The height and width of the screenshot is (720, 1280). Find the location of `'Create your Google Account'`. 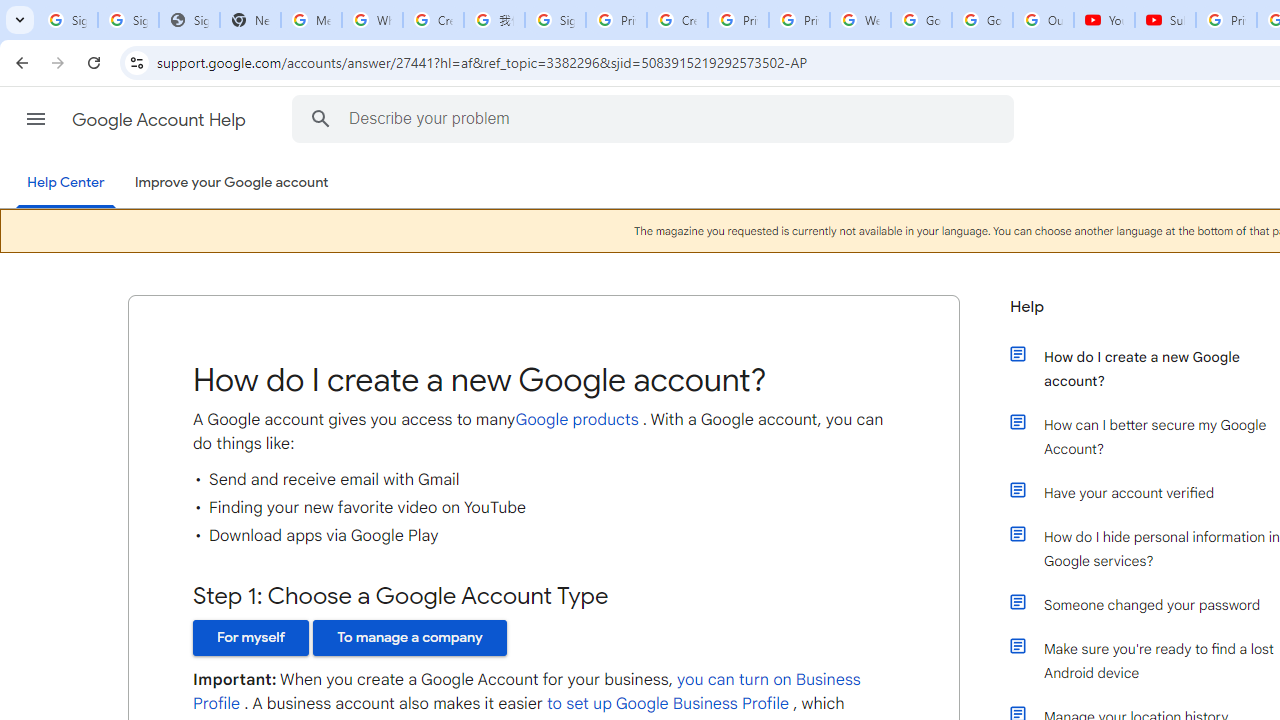

'Create your Google Account' is located at coordinates (432, 20).